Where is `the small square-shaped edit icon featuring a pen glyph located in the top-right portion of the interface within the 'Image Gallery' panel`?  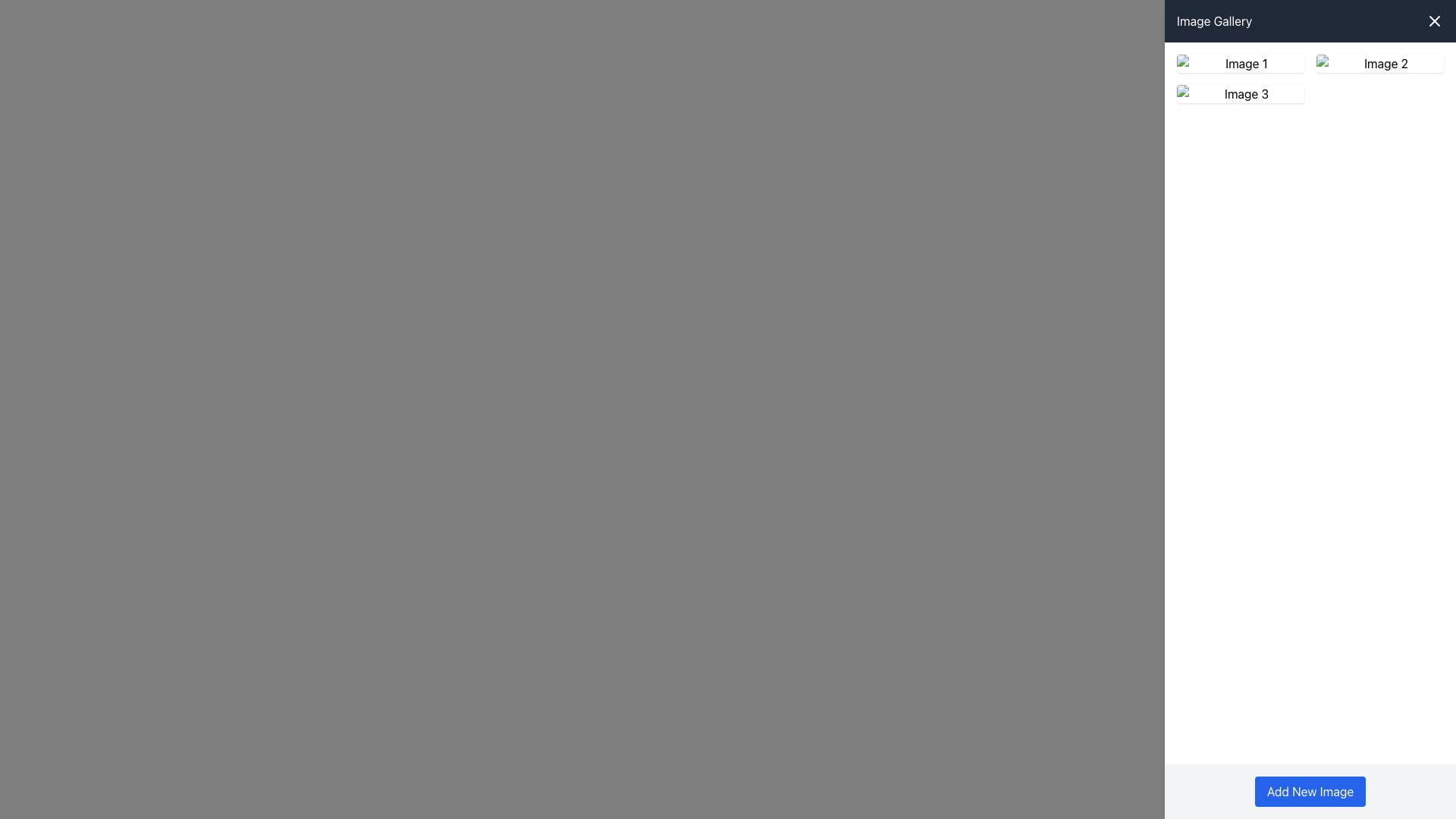 the small square-shaped edit icon featuring a pen glyph located in the top-right portion of the interface within the 'Image Gallery' panel is located at coordinates (1241, 93).